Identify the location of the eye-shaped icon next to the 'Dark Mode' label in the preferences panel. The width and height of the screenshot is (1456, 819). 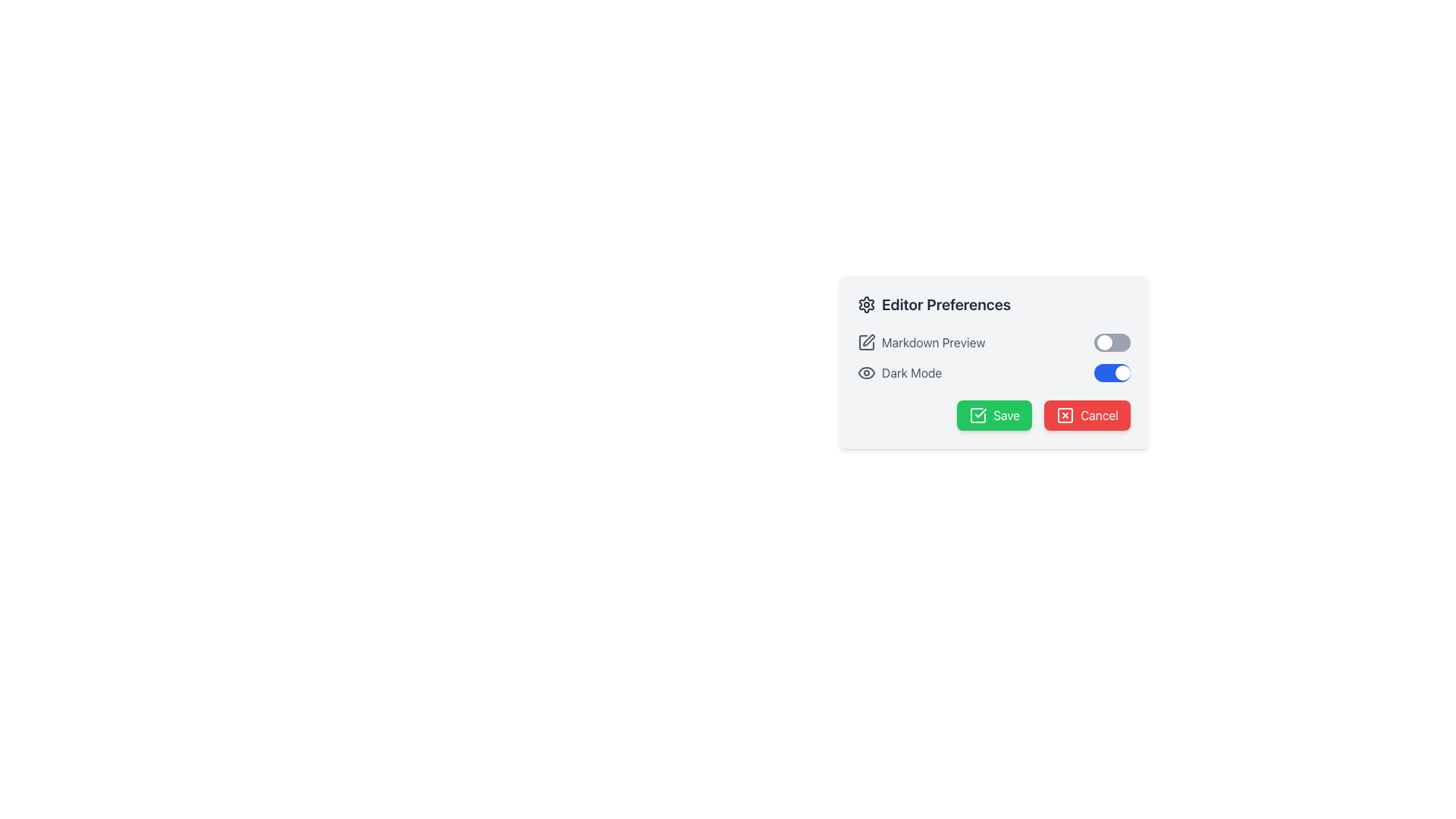
(866, 373).